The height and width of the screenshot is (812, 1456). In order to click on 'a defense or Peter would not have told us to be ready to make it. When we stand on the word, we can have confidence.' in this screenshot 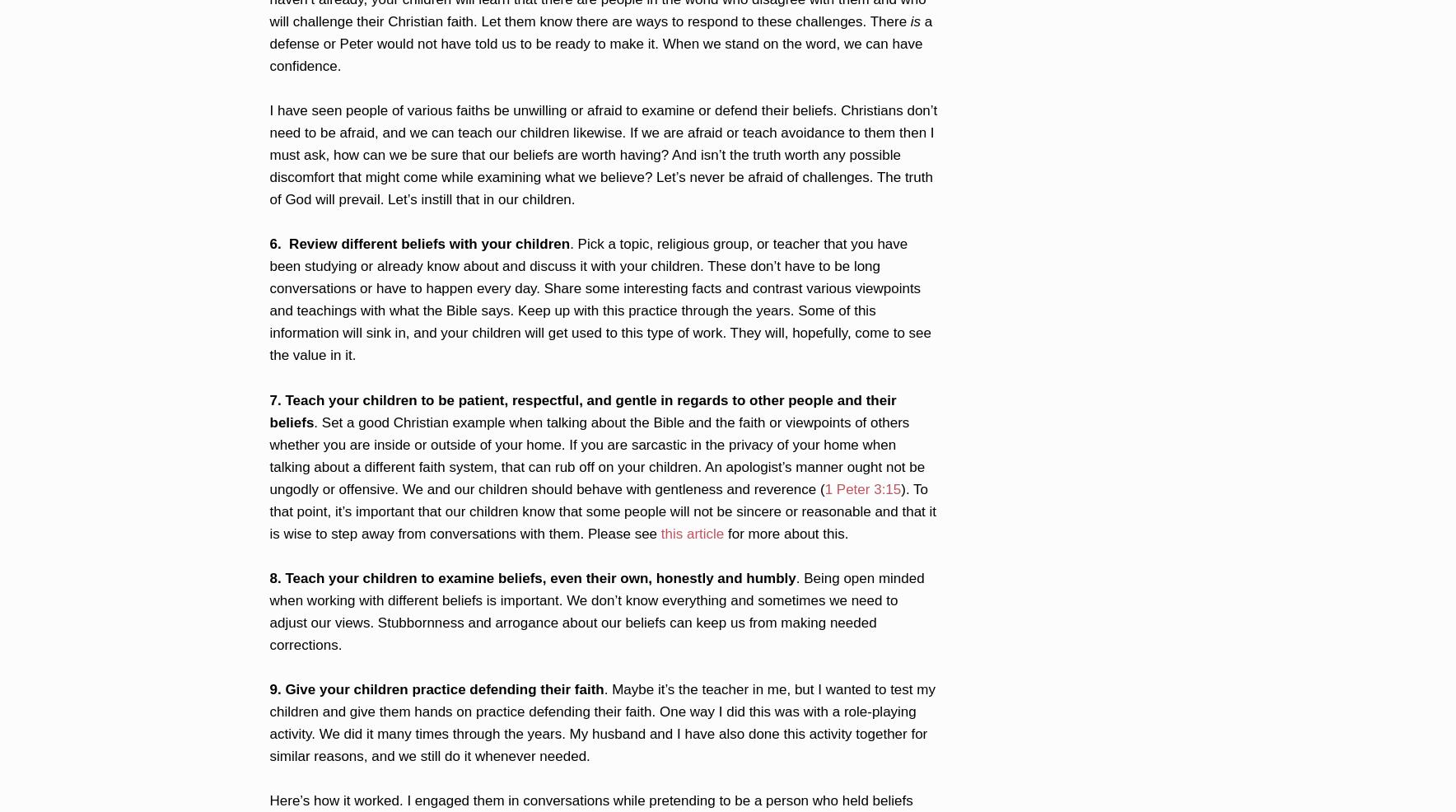, I will do `click(600, 42)`.